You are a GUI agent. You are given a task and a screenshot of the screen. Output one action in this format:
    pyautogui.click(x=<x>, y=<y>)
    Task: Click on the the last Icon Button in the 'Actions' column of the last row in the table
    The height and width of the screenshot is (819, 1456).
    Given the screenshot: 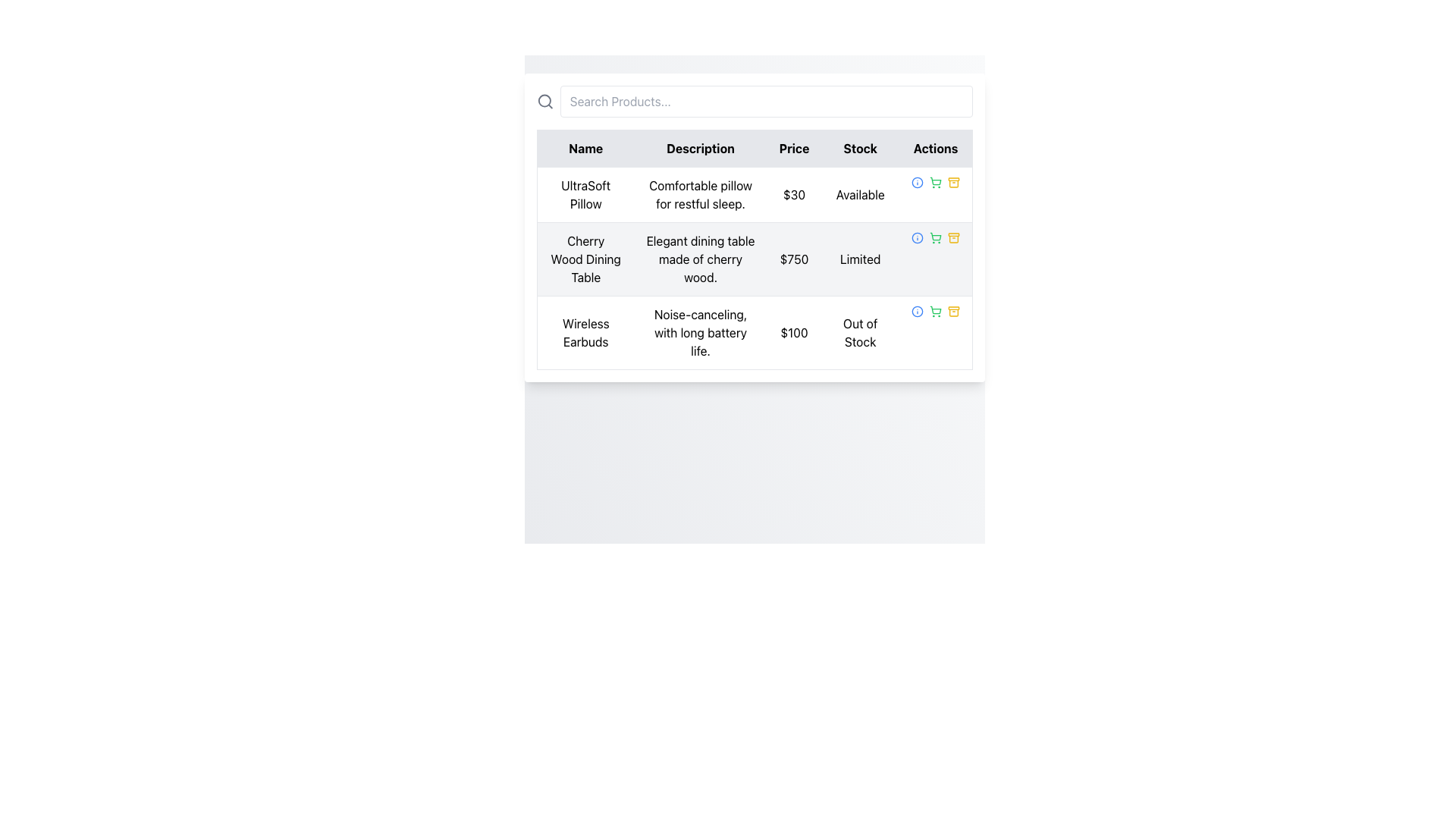 What is the action you would take?
    pyautogui.click(x=952, y=311)
    